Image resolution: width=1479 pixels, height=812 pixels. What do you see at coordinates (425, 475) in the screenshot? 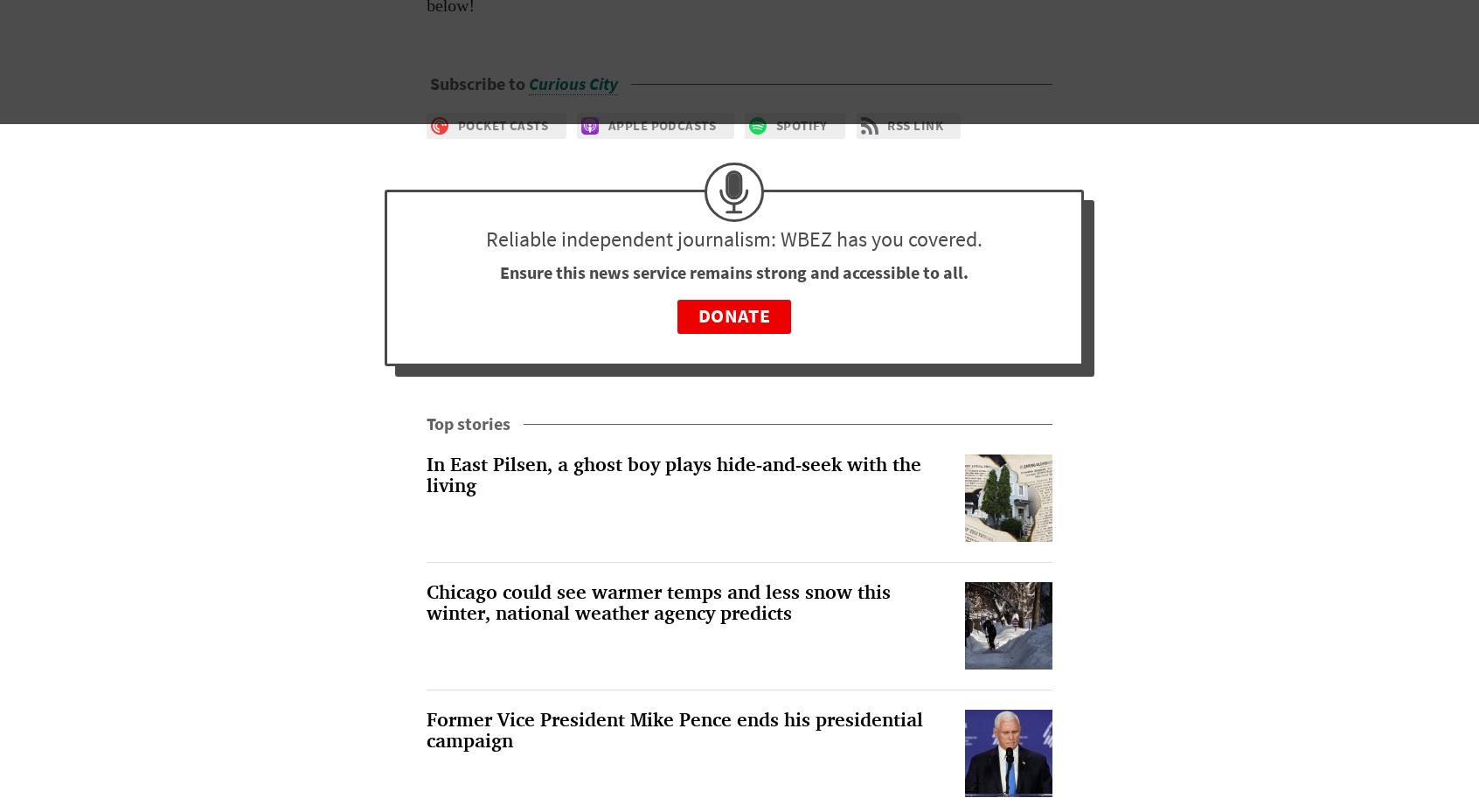
I see `'In East Pilsen, a ghost boy plays hide-and-seek with the living'` at bounding box center [425, 475].